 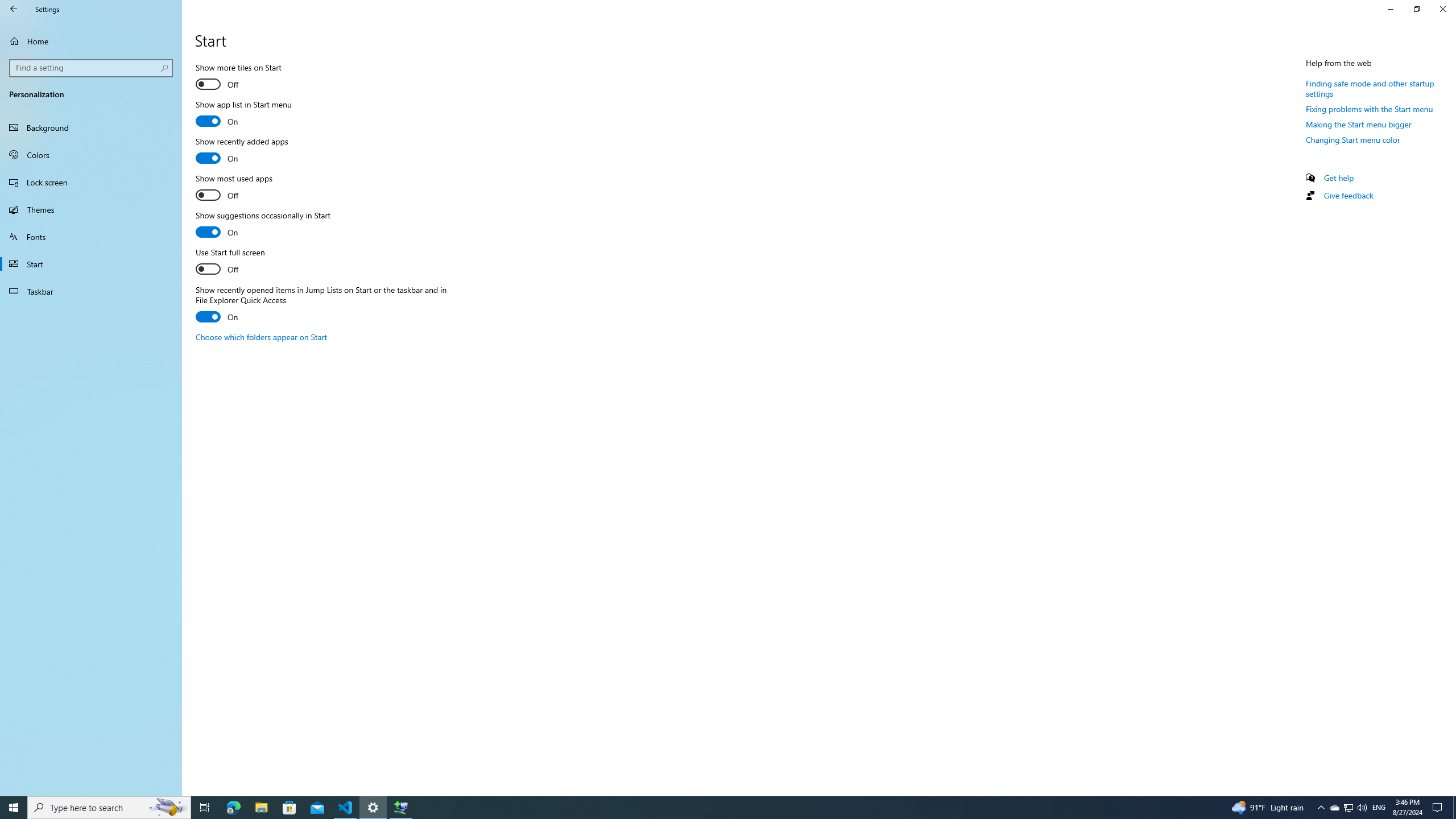 I want to click on 'Back', so click(x=14, y=9).